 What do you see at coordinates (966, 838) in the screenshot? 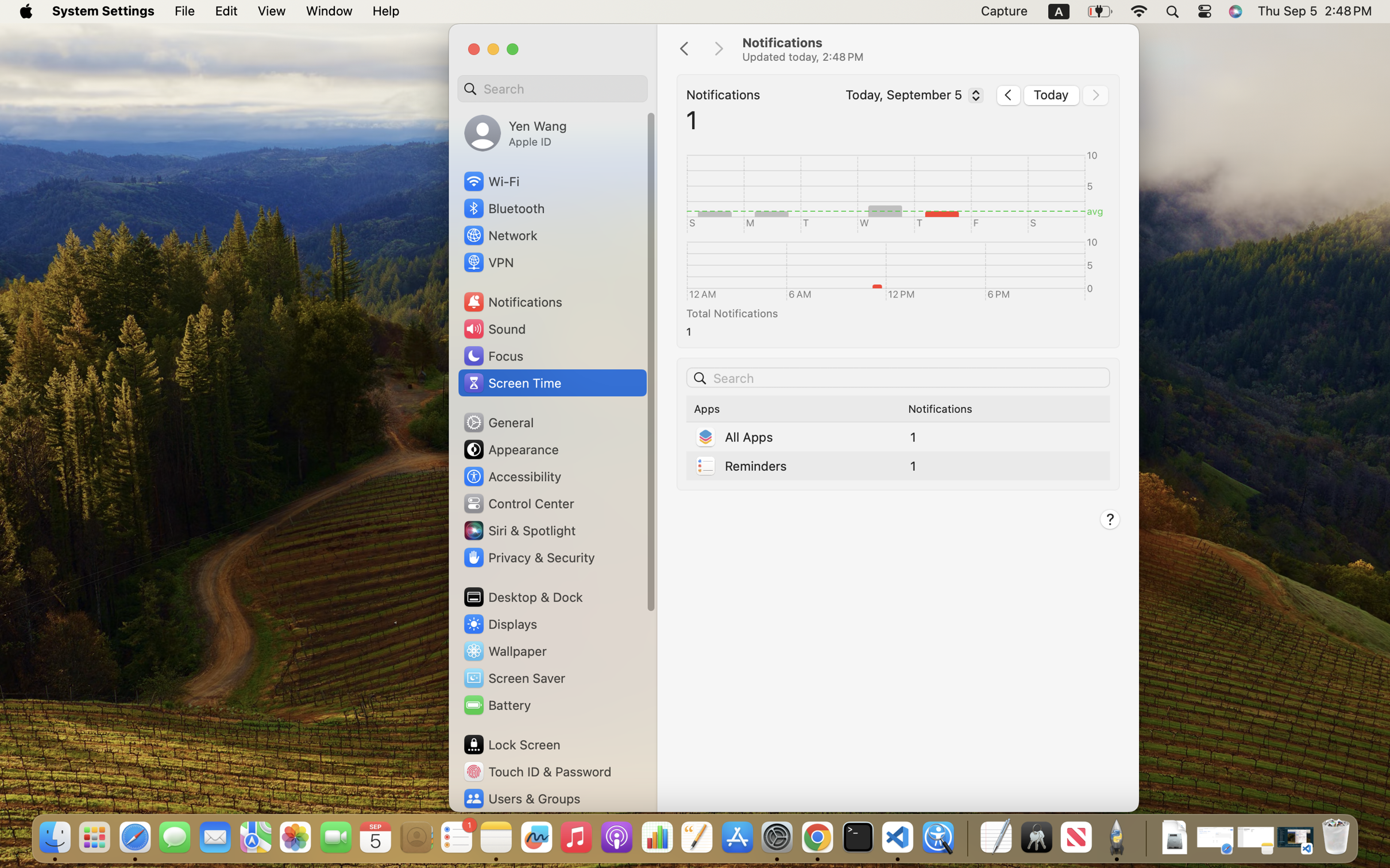
I see `'0.4285714328289032'` at bounding box center [966, 838].